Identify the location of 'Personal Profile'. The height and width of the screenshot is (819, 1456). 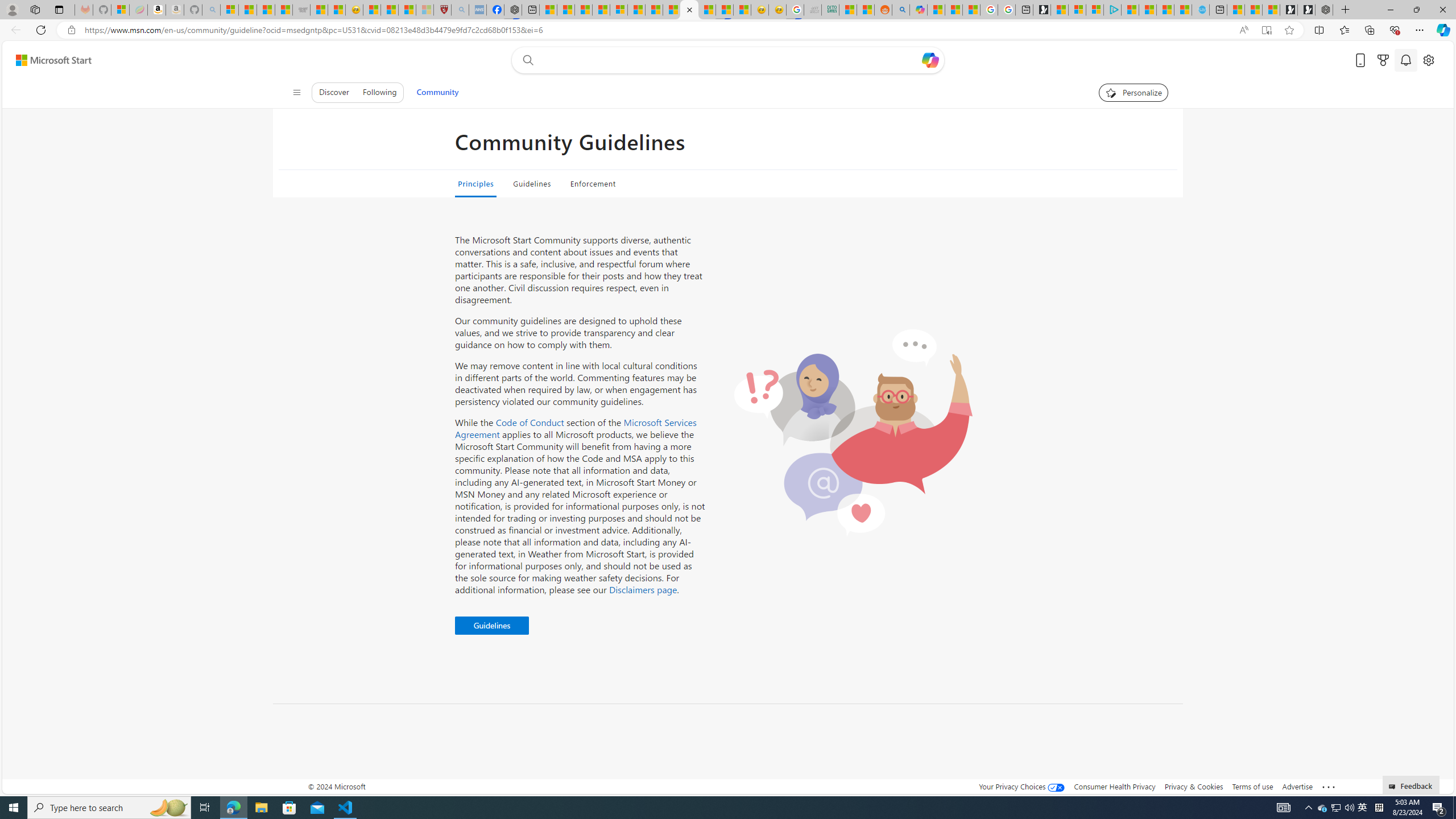
(11, 9).